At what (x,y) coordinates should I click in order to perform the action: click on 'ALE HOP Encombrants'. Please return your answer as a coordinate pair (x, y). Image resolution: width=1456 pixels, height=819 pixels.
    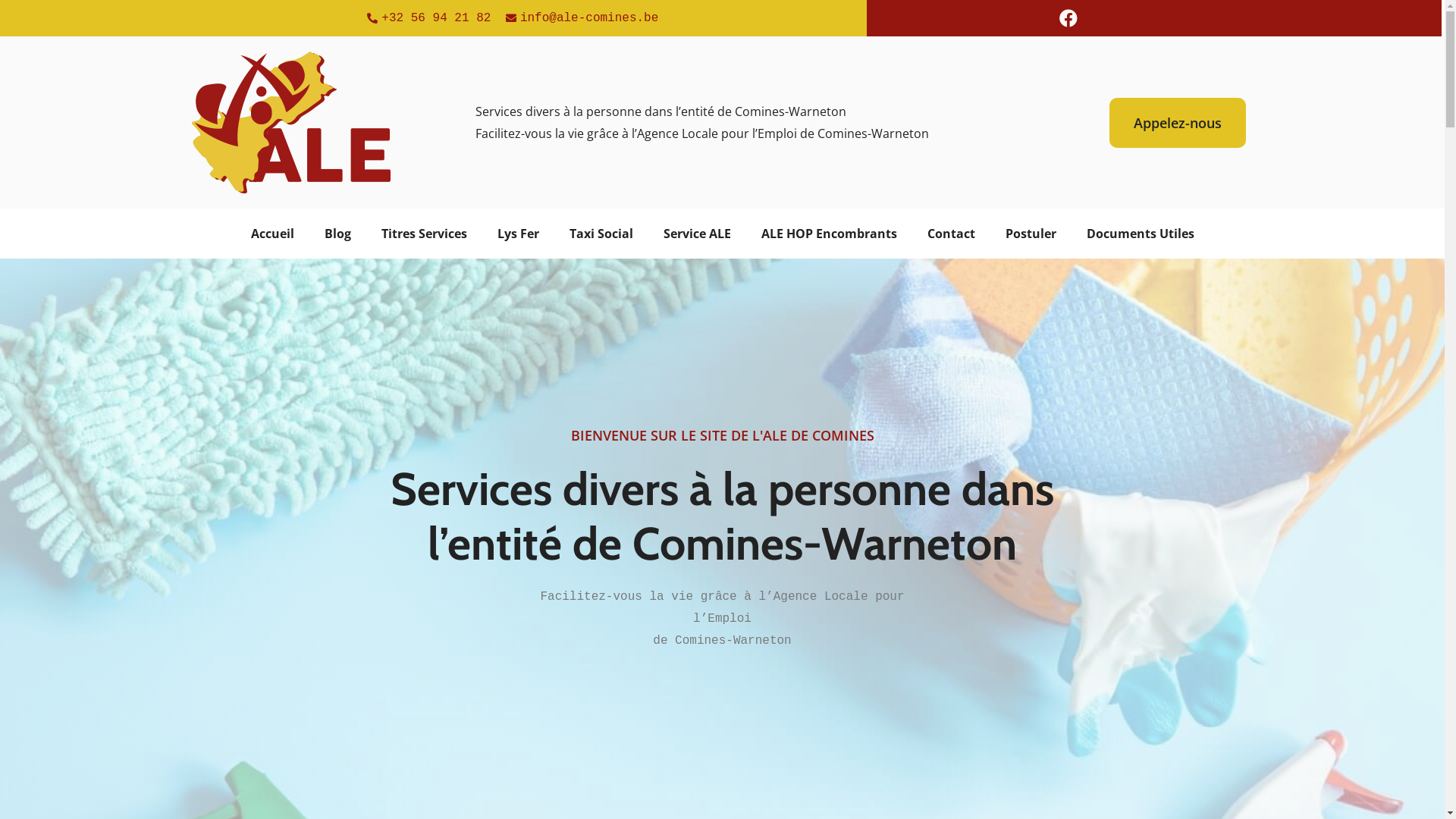
    Looking at the image, I should click on (828, 234).